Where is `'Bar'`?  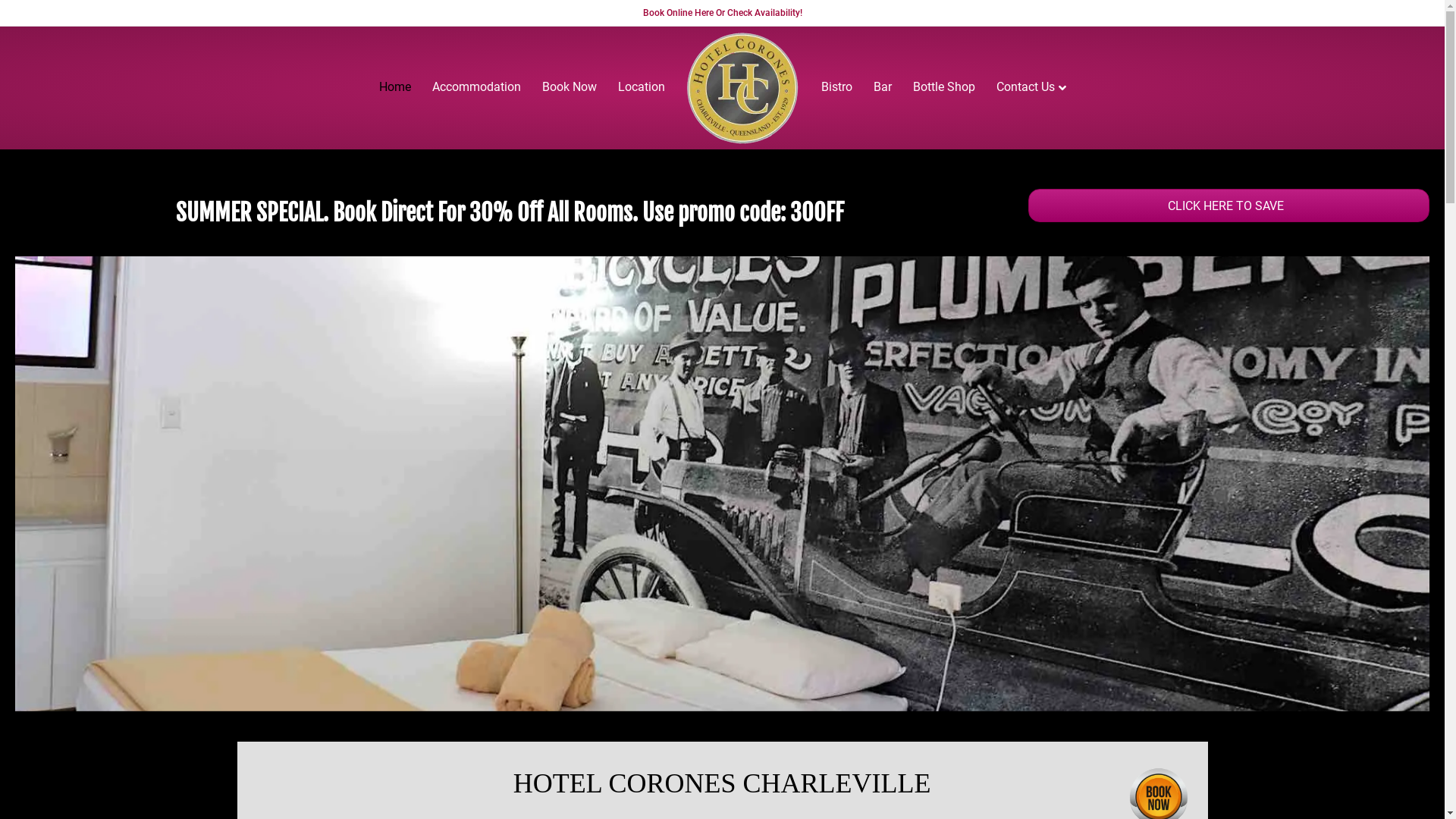
'Bar' is located at coordinates (882, 87).